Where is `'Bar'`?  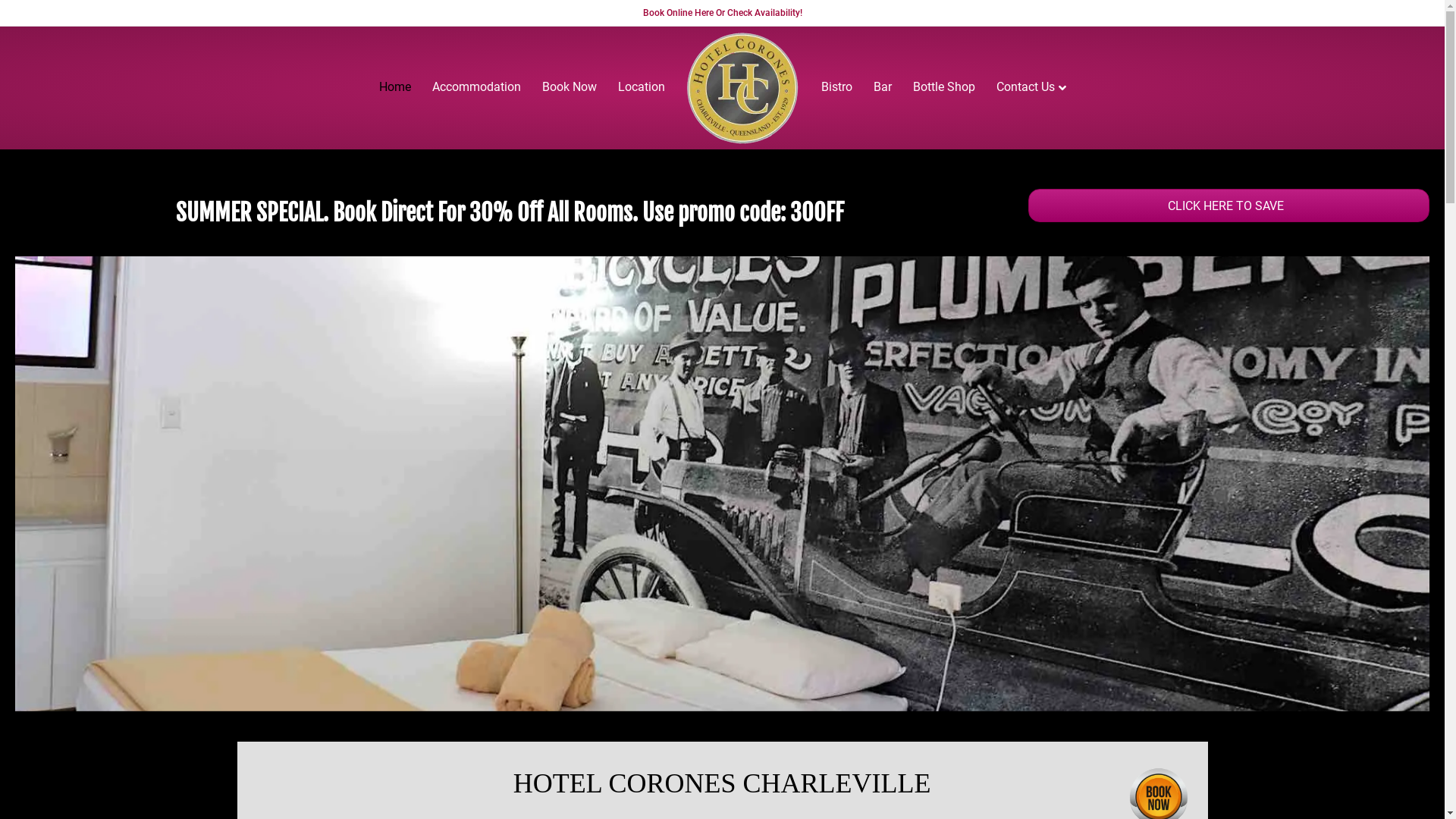
'Bar' is located at coordinates (882, 87).